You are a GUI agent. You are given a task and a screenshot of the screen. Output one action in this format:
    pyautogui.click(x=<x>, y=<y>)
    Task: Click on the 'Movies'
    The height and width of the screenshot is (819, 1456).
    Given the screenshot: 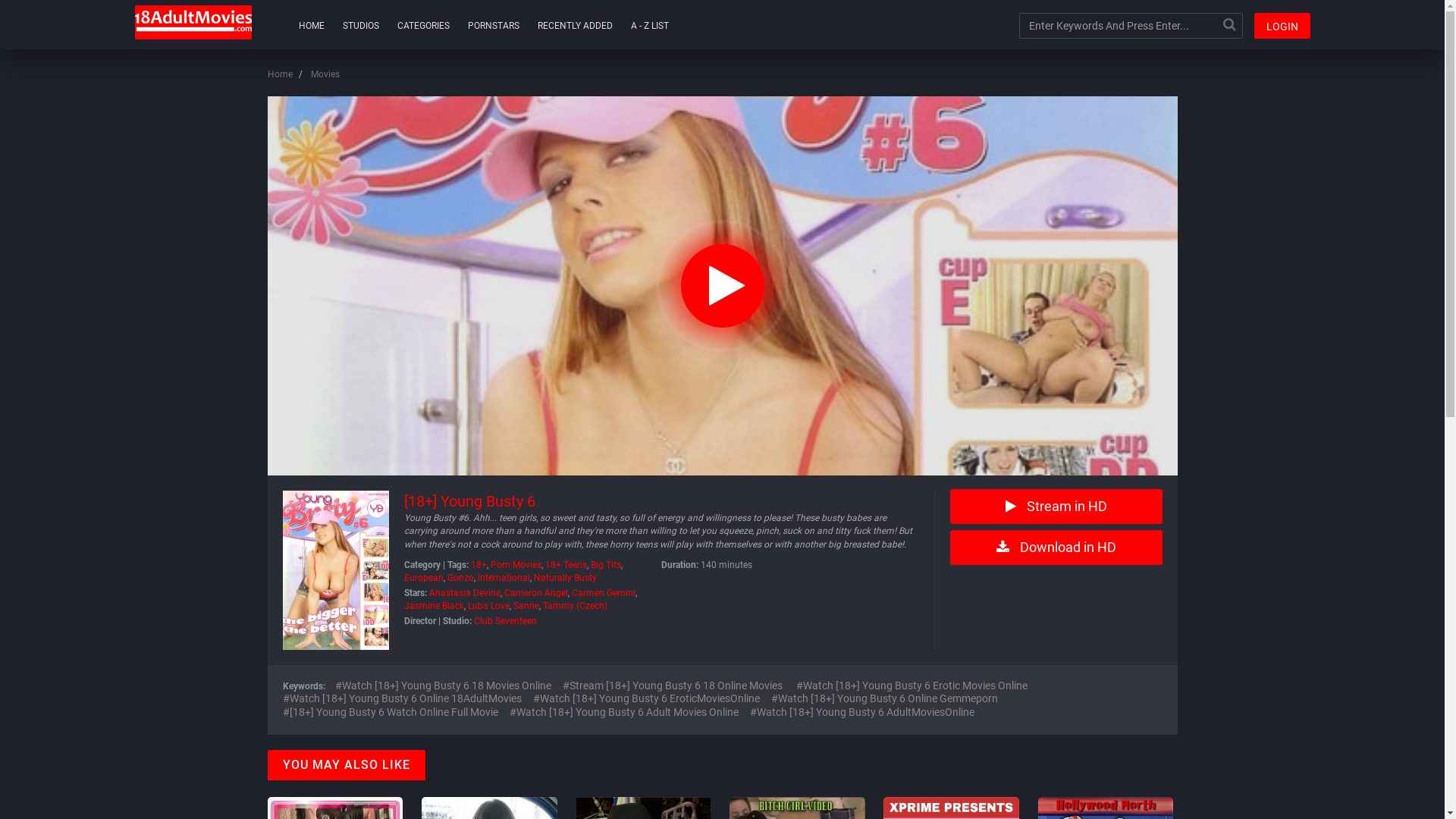 What is the action you would take?
    pyautogui.click(x=324, y=74)
    